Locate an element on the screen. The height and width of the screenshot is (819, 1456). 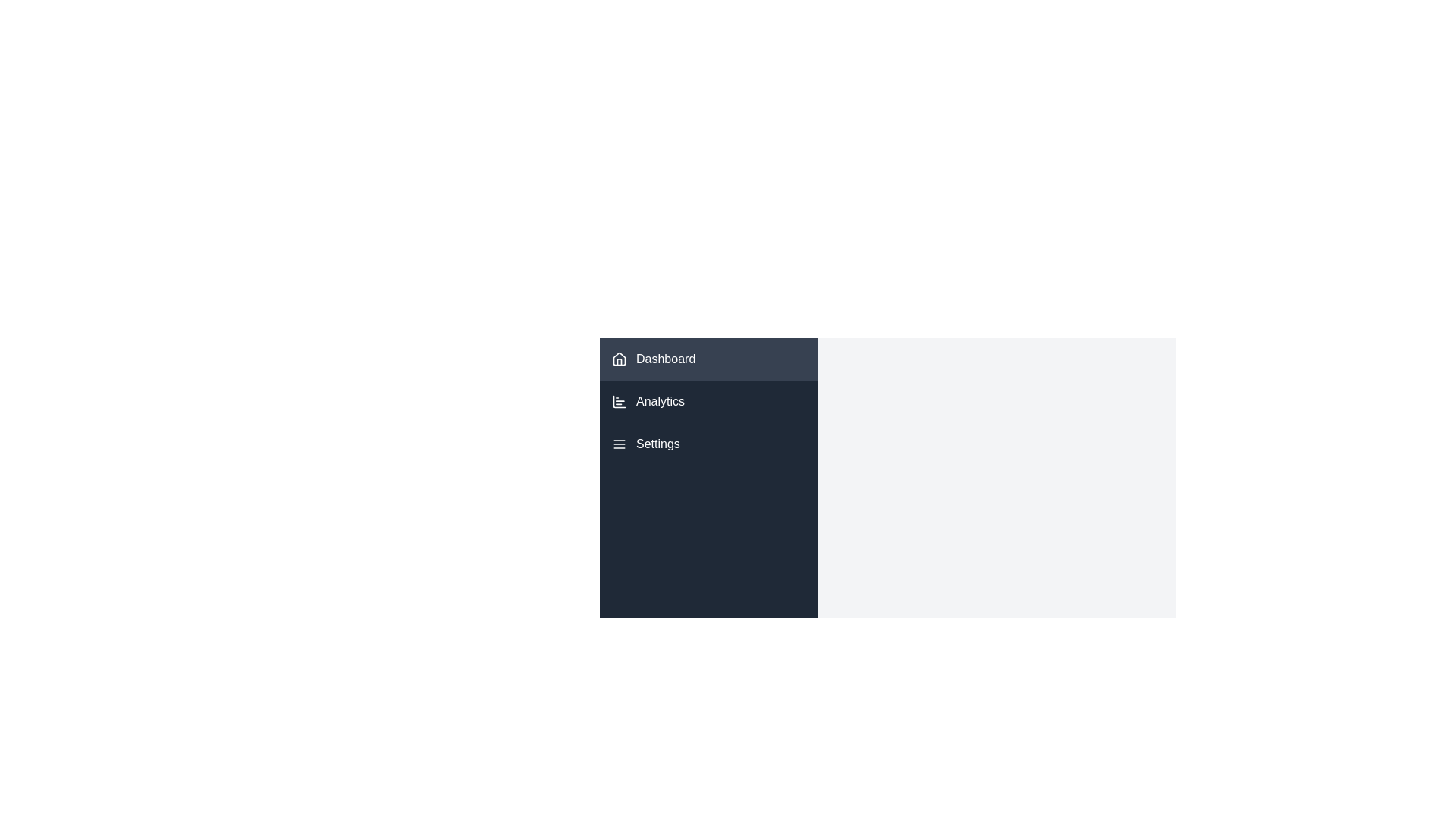
the 'Settings' text label in the menu, which is positioned to the right of the menu icon is located at coordinates (657, 444).